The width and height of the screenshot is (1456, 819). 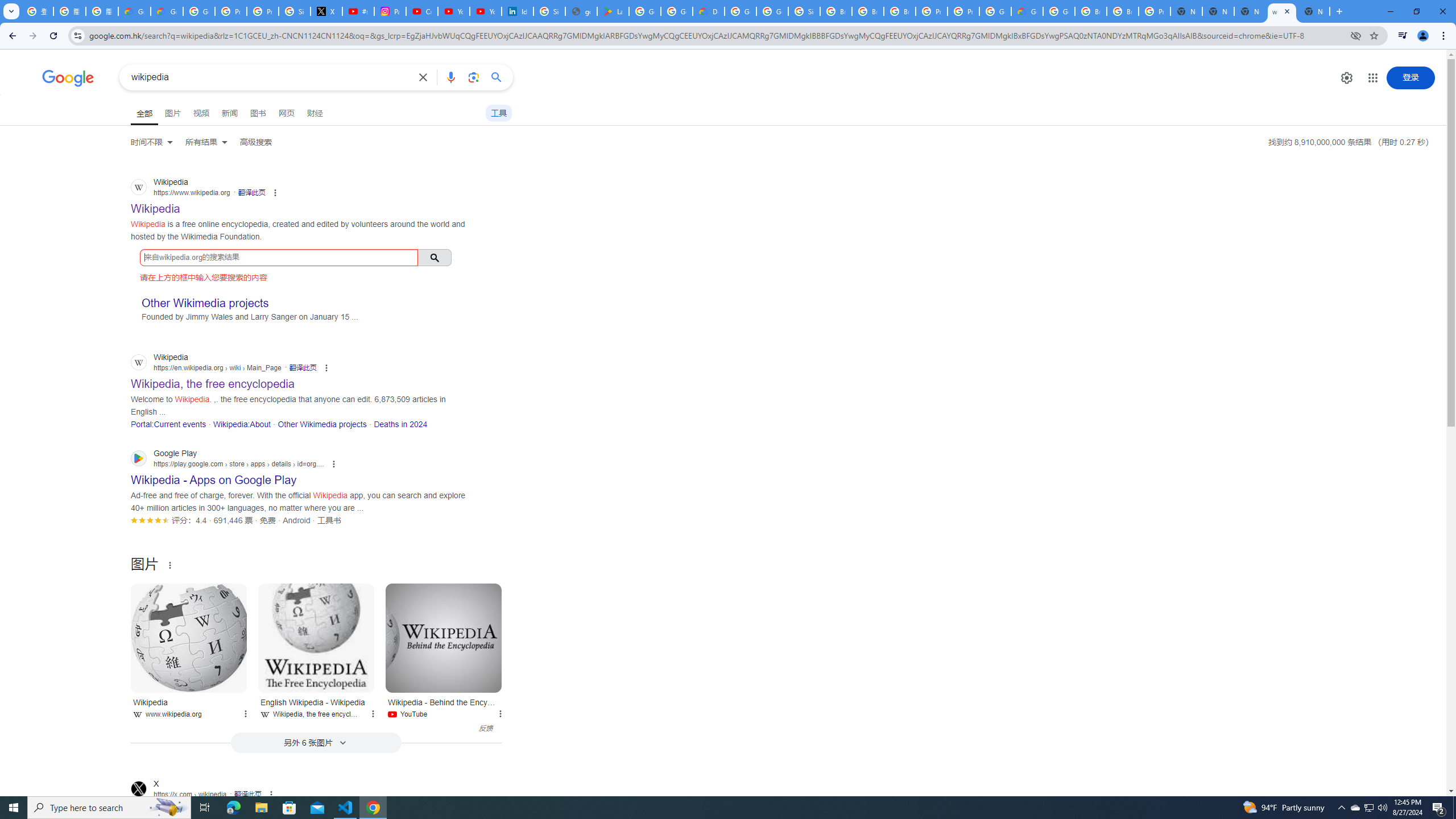 I want to click on 'Last Shelter: Survival - Apps on Google Play', so click(x=614, y=11).